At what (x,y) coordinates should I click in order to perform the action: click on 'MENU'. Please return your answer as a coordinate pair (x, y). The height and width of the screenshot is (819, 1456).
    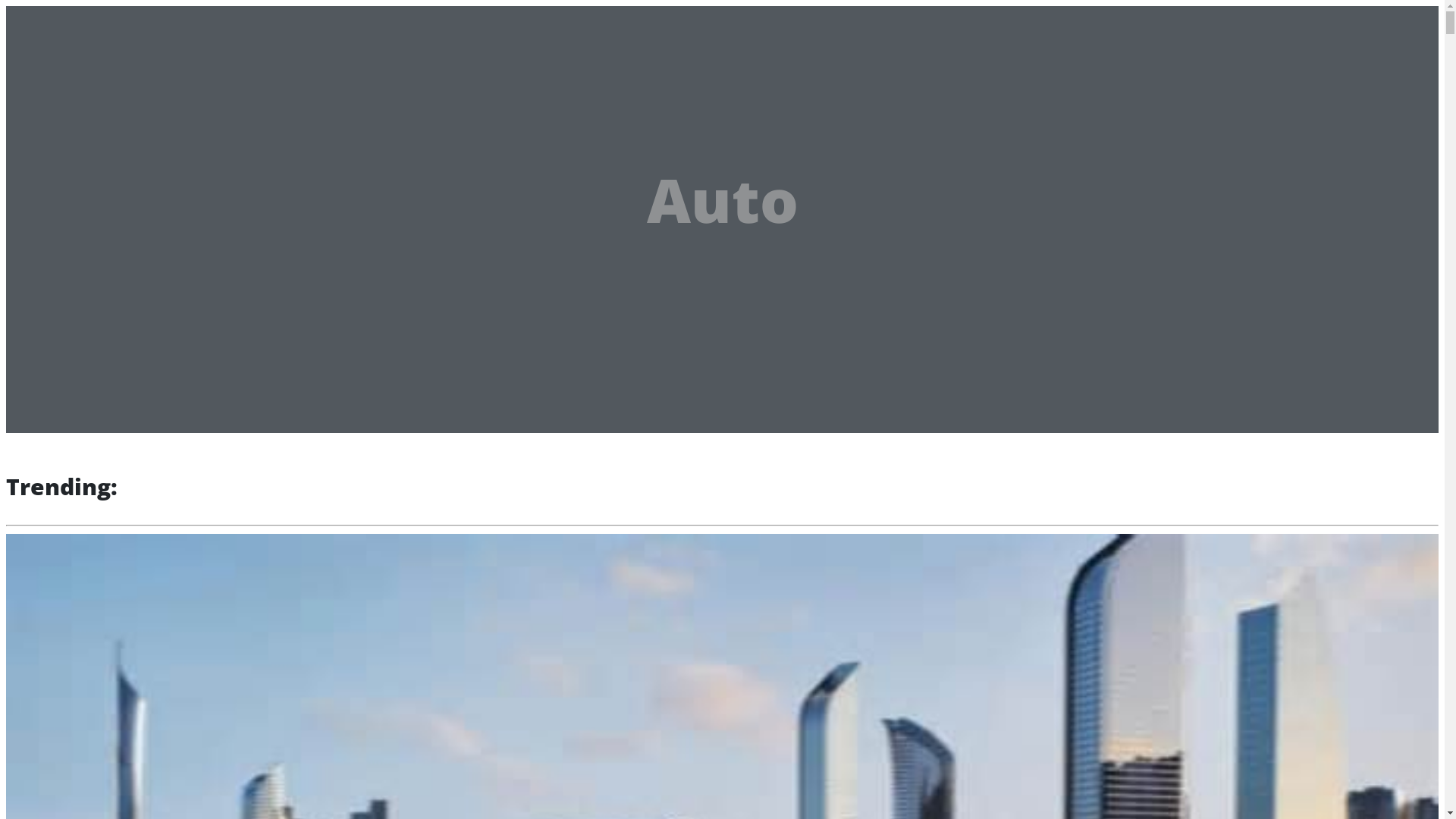
    Looking at the image, I should click on (172, 23).